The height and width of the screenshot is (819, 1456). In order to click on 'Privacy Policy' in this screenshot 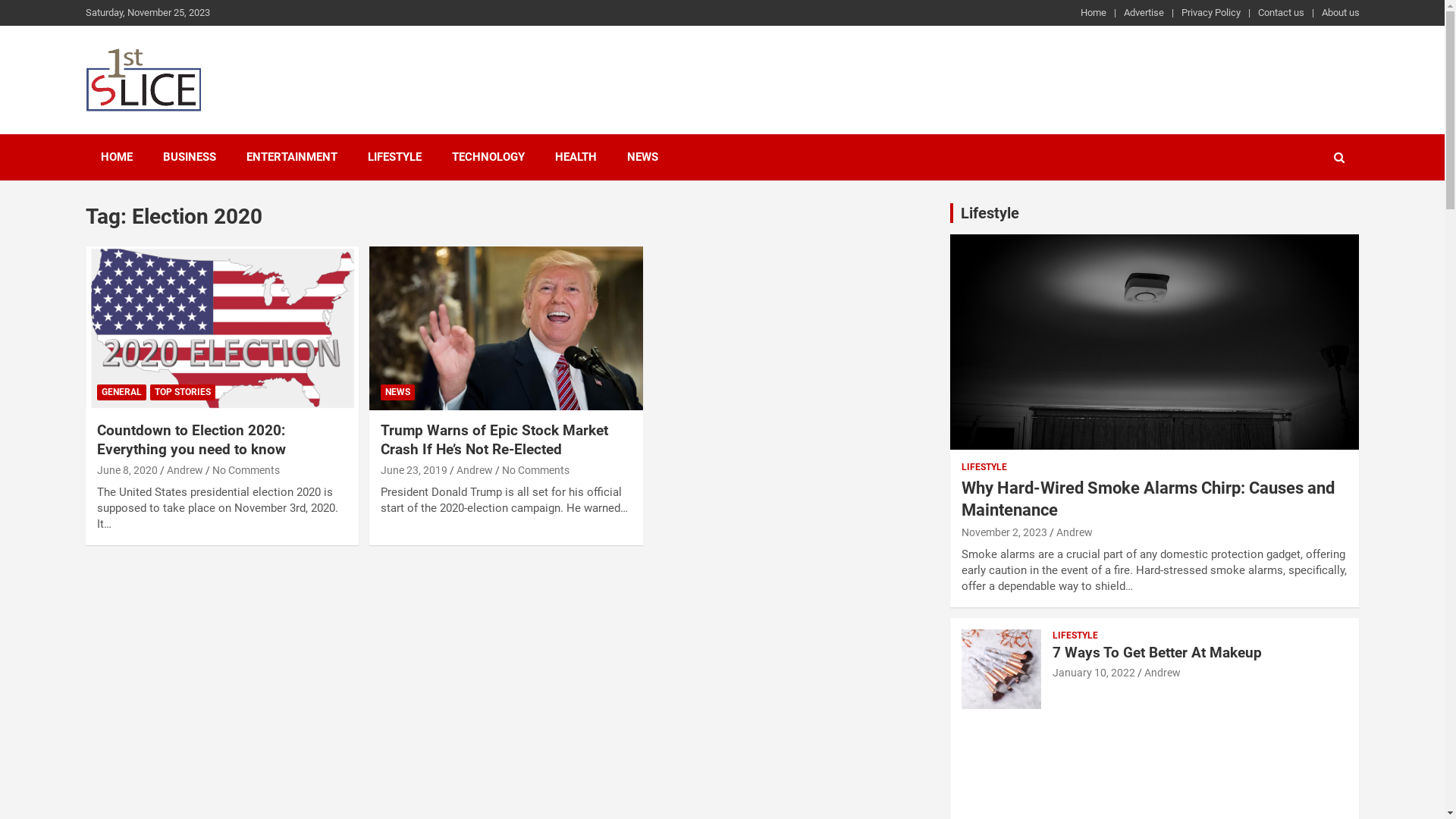, I will do `click(1210, 12)`.